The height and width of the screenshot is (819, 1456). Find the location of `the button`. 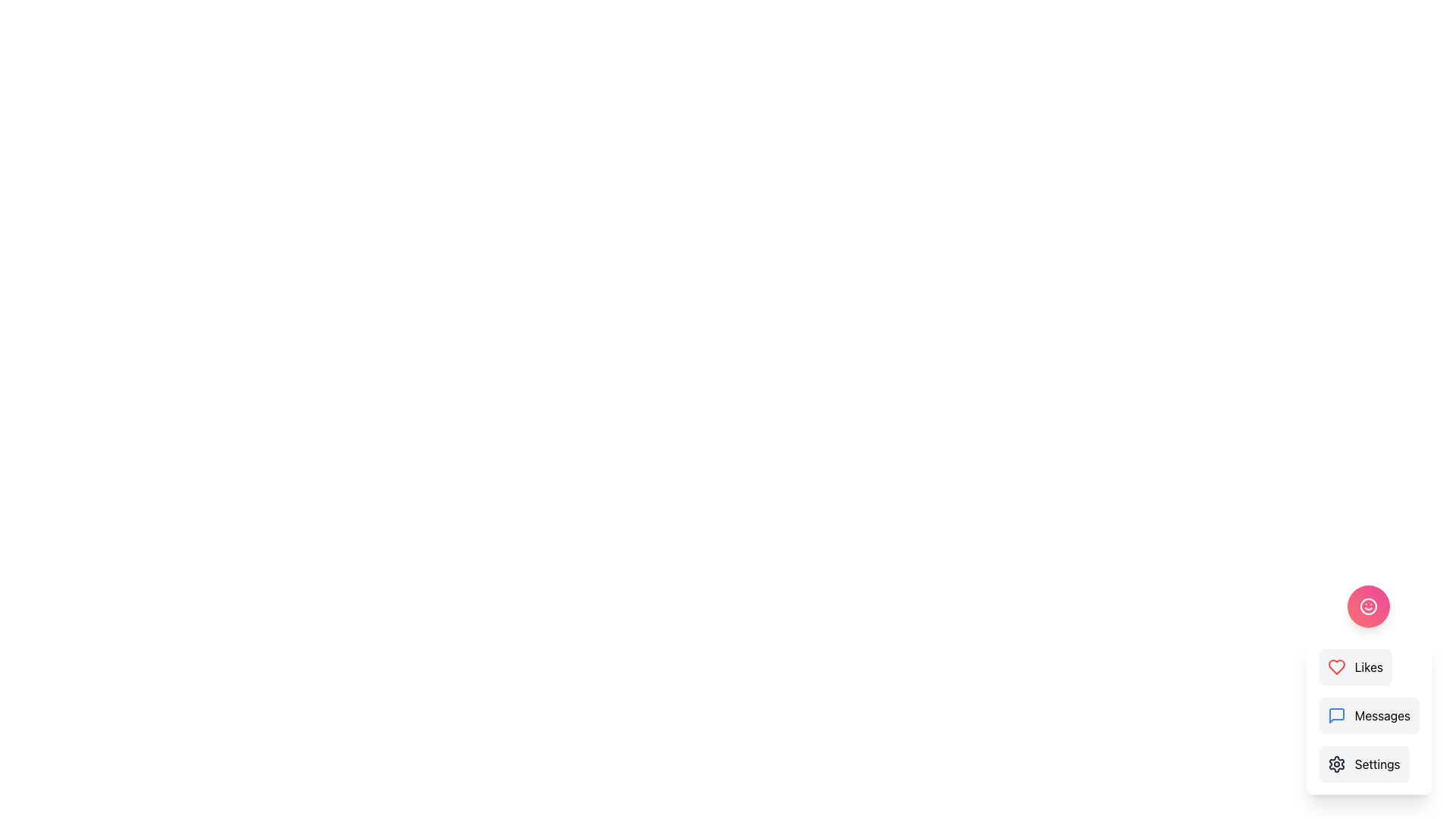

the button is located at coordinates (1369, 605).